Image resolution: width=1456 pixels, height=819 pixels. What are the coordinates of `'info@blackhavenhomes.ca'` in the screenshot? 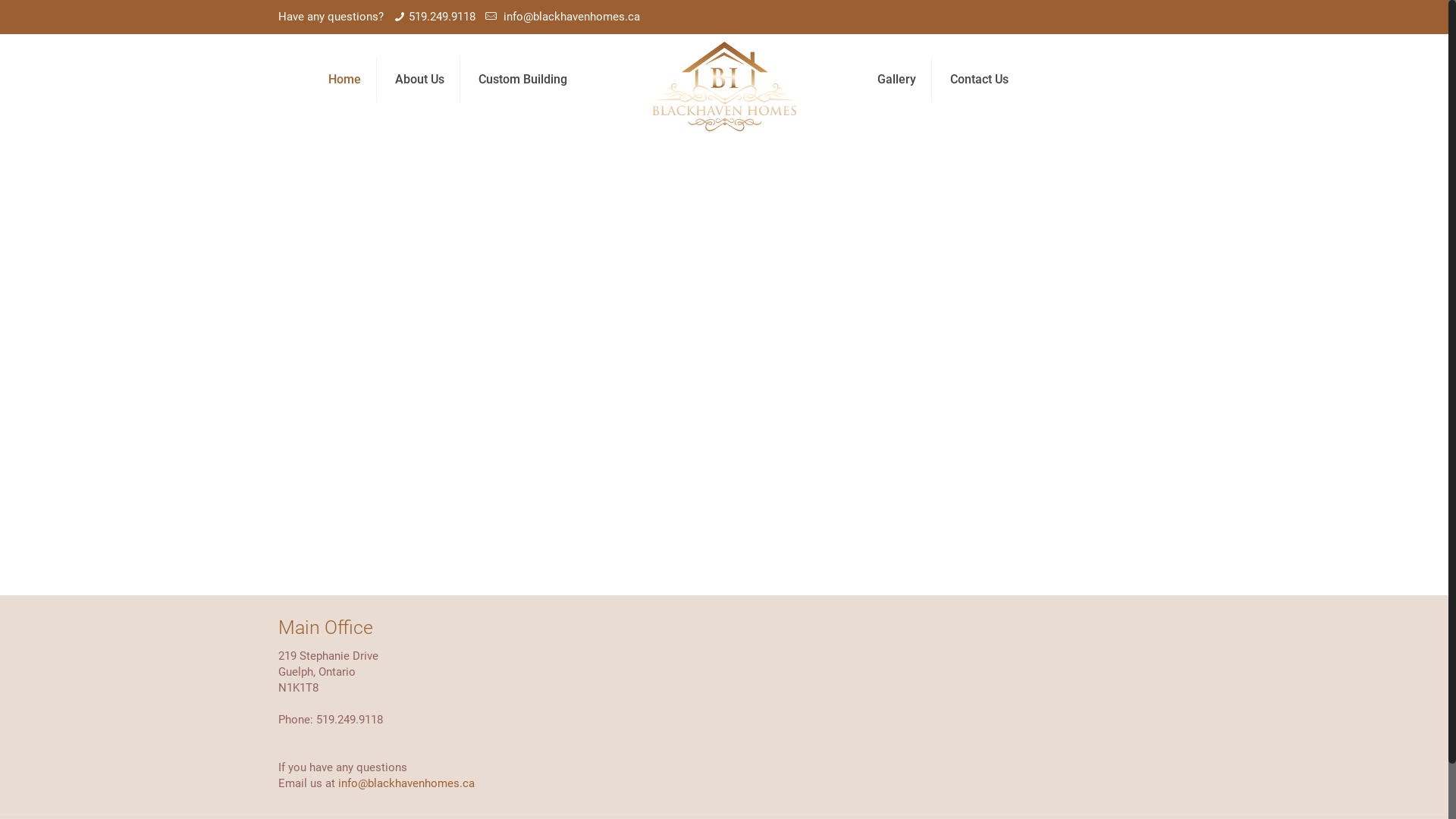 It's located at (406, 783).